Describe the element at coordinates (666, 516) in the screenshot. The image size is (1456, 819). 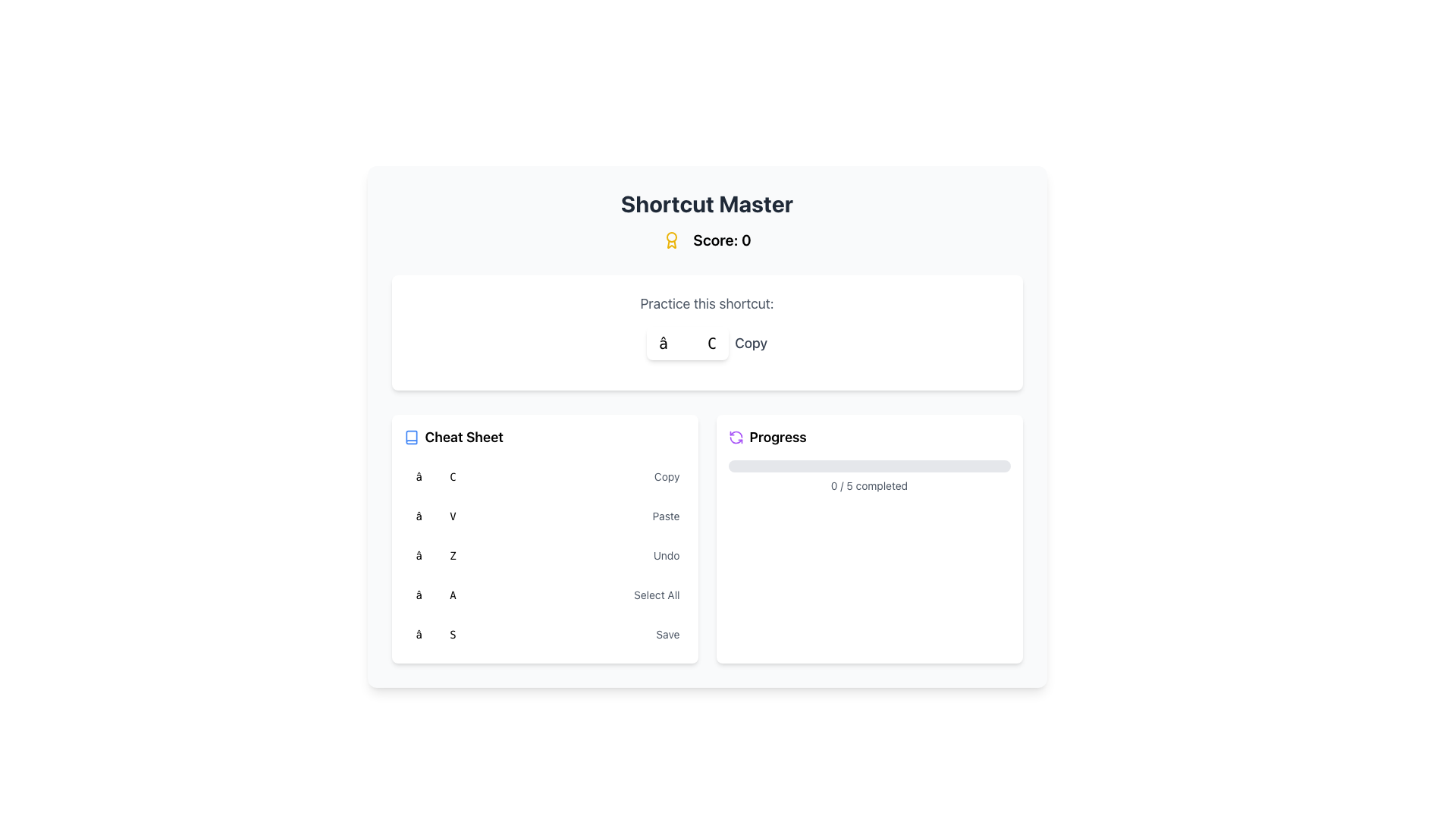
I see `the text label reading 'Paste', which is styled in small gray font and located in the 'Cheat Sheet' section, adjacent to other shortcut-related elements` at that location.